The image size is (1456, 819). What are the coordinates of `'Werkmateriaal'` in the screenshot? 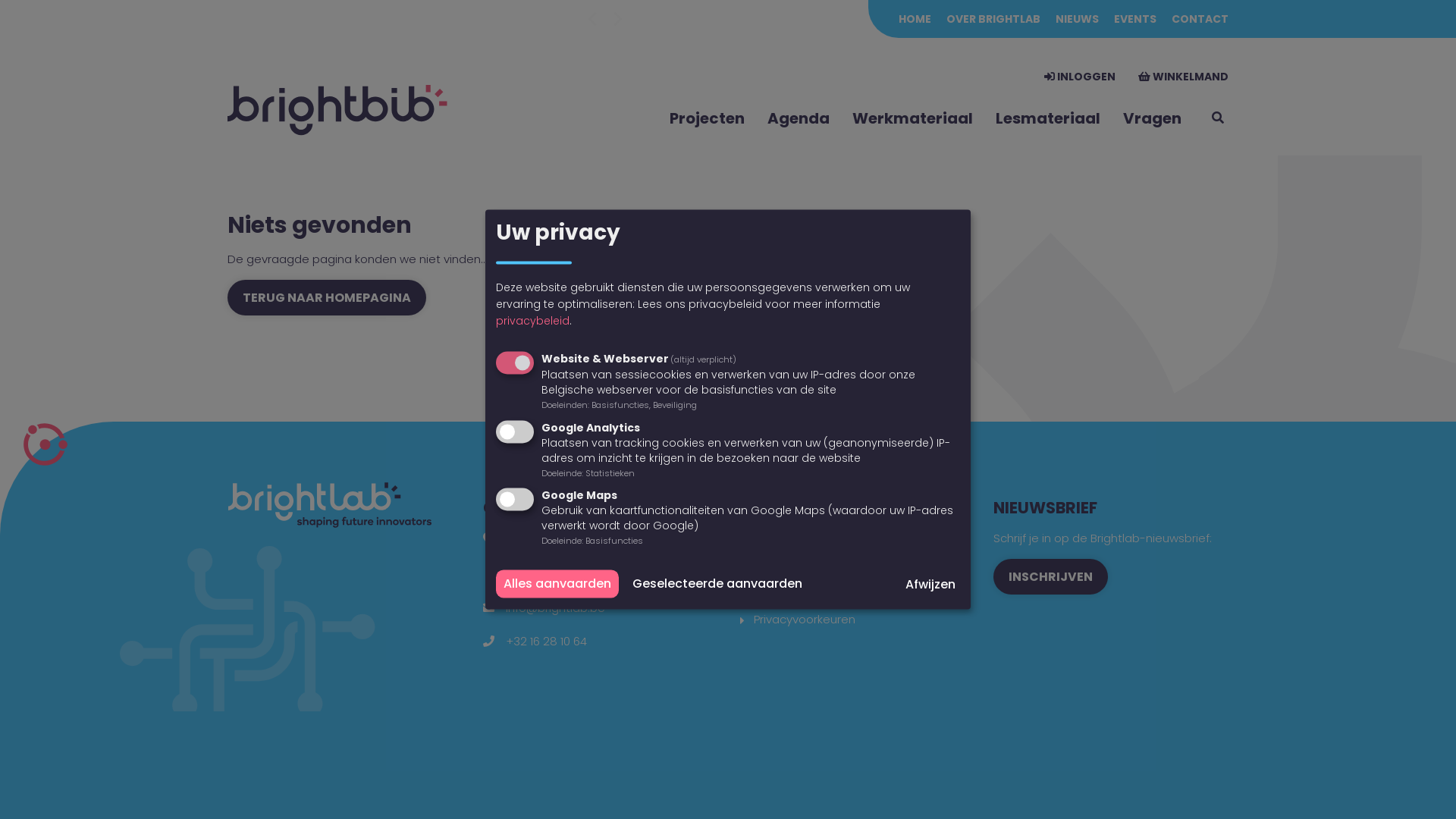 It's located at (912, 117).